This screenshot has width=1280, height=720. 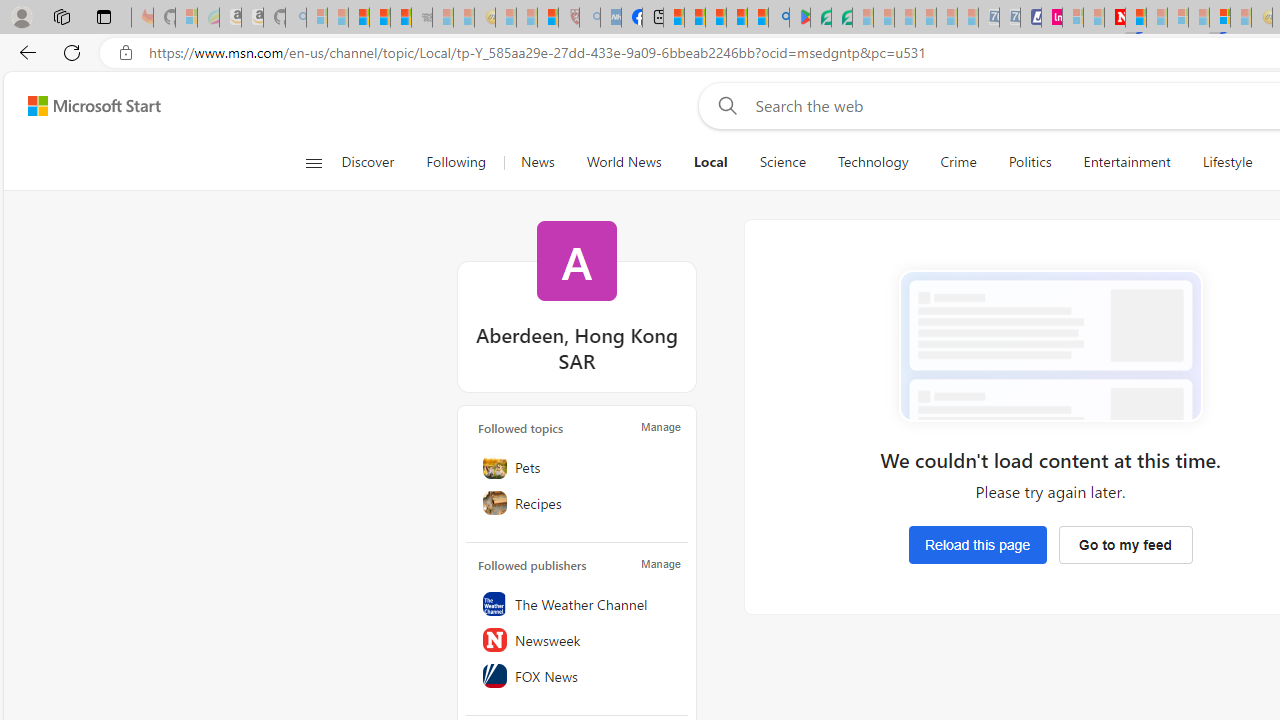 I want to click on 'Manage', so click(x=661, y=564).